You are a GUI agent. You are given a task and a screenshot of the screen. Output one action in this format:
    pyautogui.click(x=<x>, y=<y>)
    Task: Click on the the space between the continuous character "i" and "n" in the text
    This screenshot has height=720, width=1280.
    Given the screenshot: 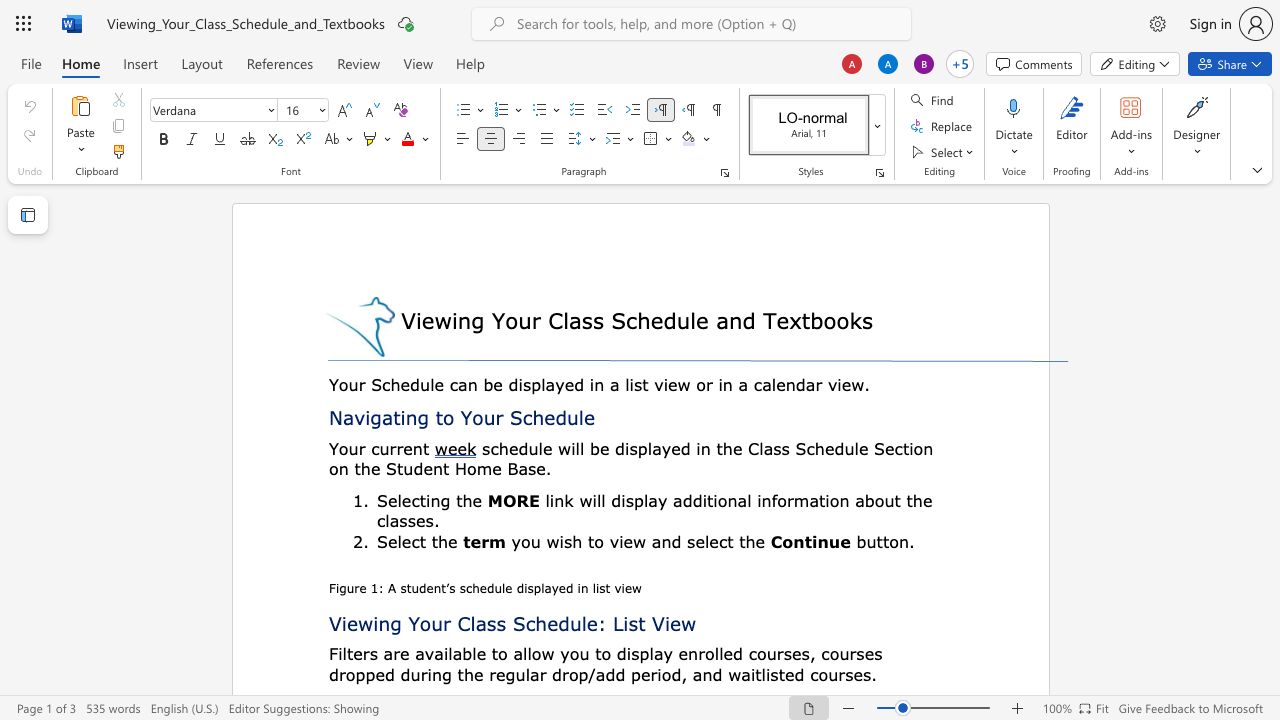 What is the action you would take?
    pyautogui.click(x=458, y=319)
    